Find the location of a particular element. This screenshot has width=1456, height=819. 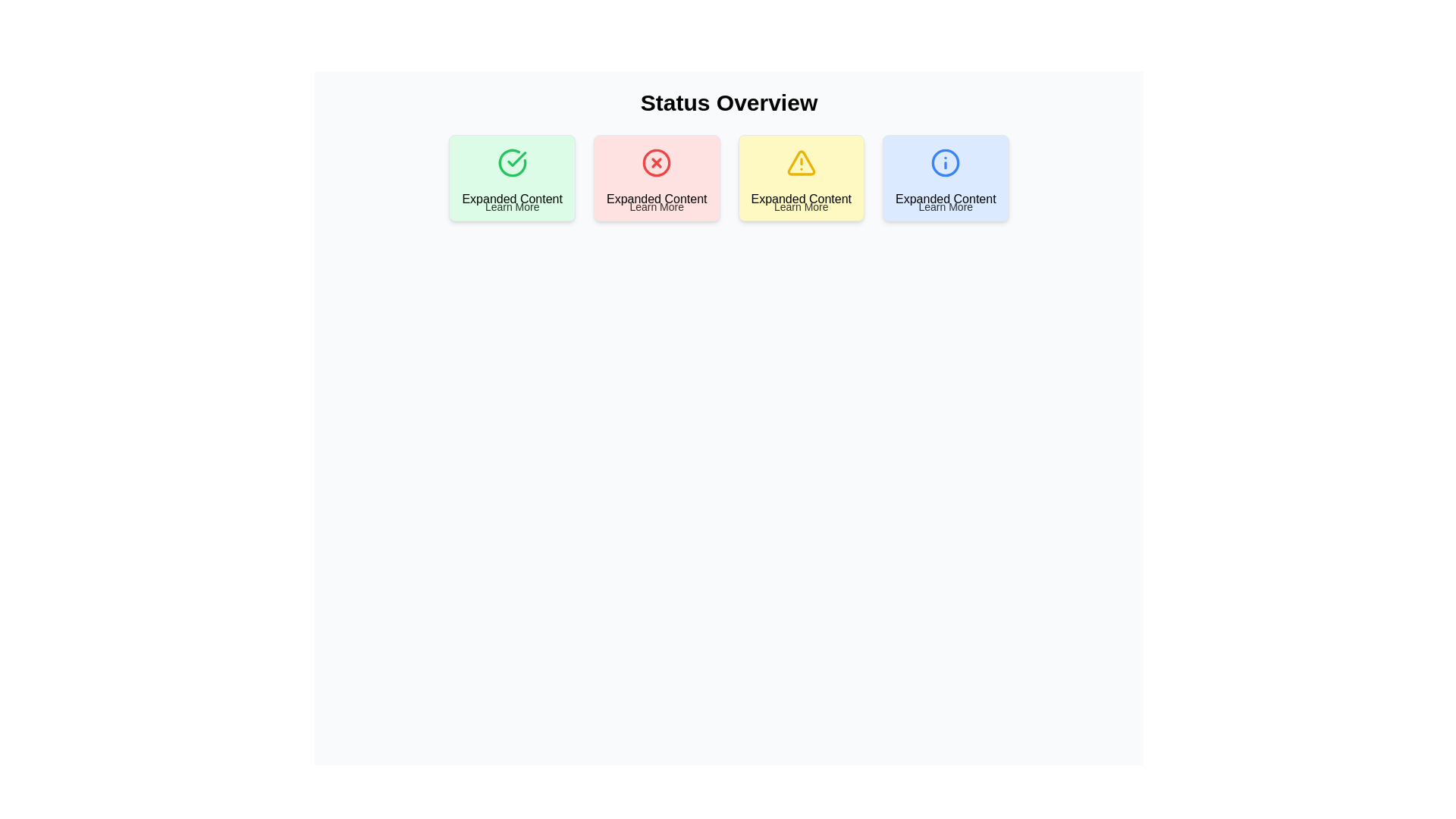

the text label that indicates the current status or category of the third card in the row, located below a warning icon is located at coordinates (800, 198).